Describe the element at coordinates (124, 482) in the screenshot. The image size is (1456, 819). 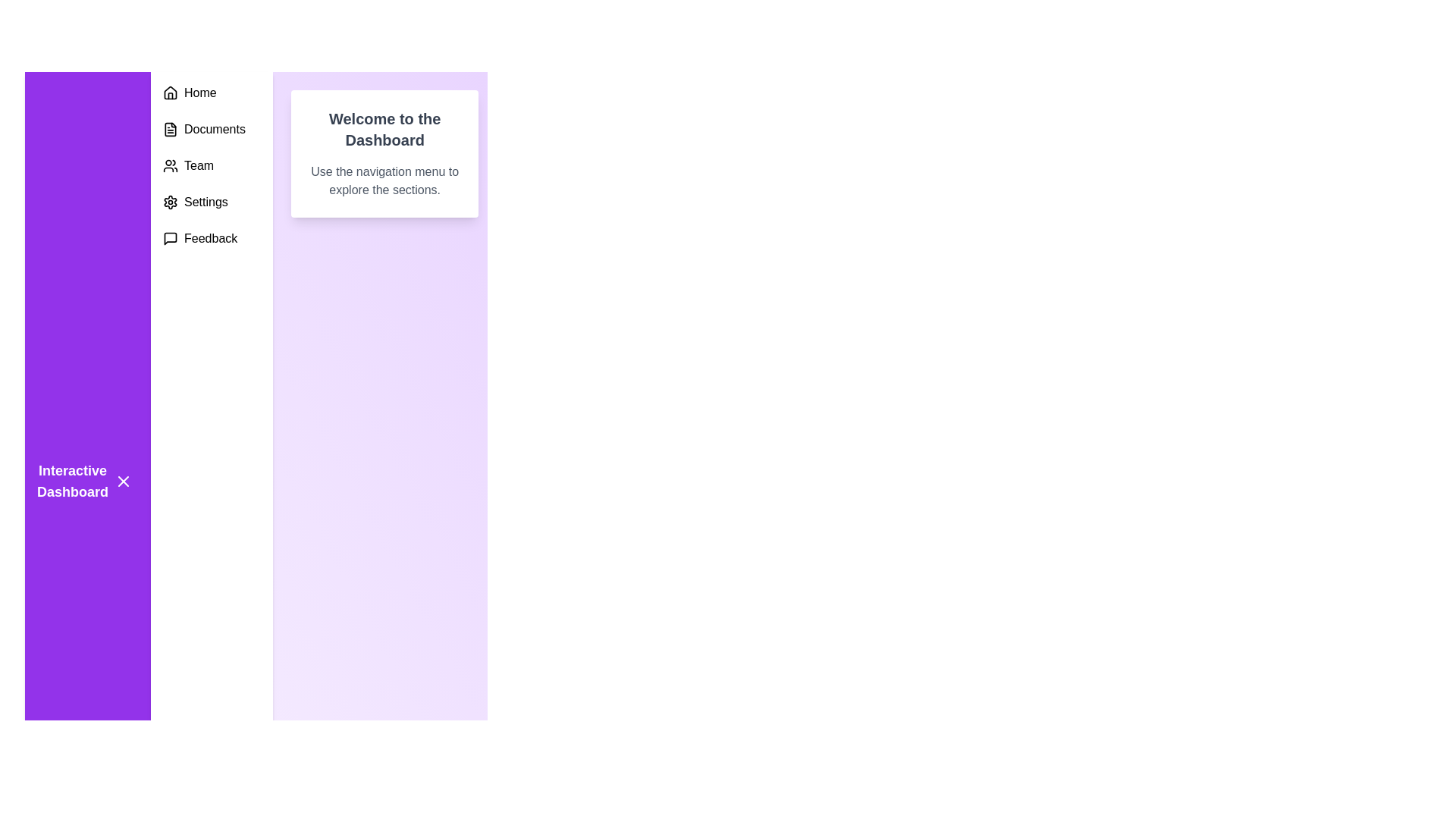
I see `the close button located in the purple sidebar` at that location.